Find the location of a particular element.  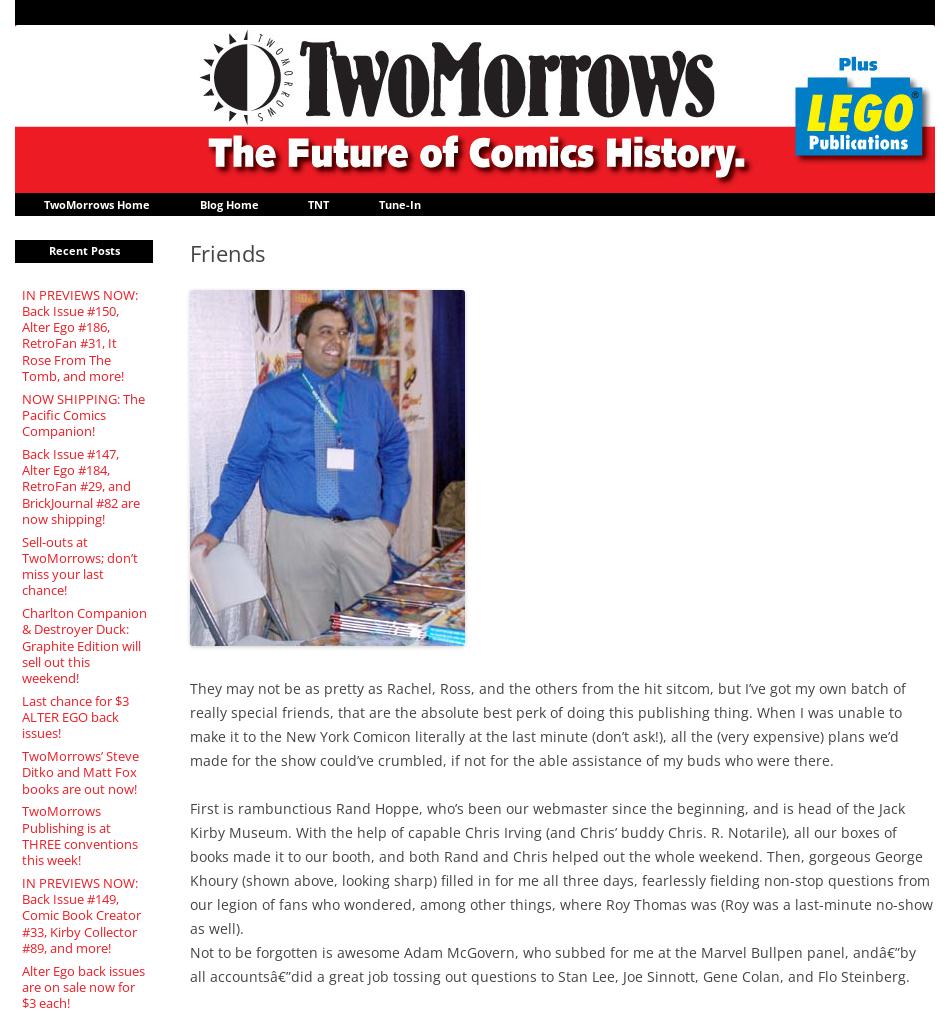

'Back Issue #147, Alter Ego #184, RetroFan #29, and BrickJournal #82 are now shipping!' is located at coordinates (79, 484).